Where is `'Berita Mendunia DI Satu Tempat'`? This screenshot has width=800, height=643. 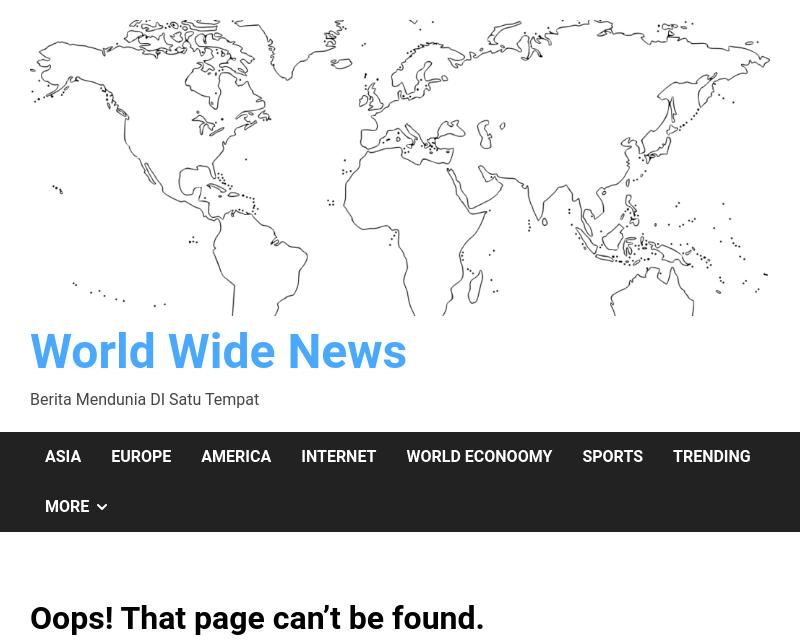
'Berita Mendunia DI Satu Tempat' is located at coordinates (144, 398).